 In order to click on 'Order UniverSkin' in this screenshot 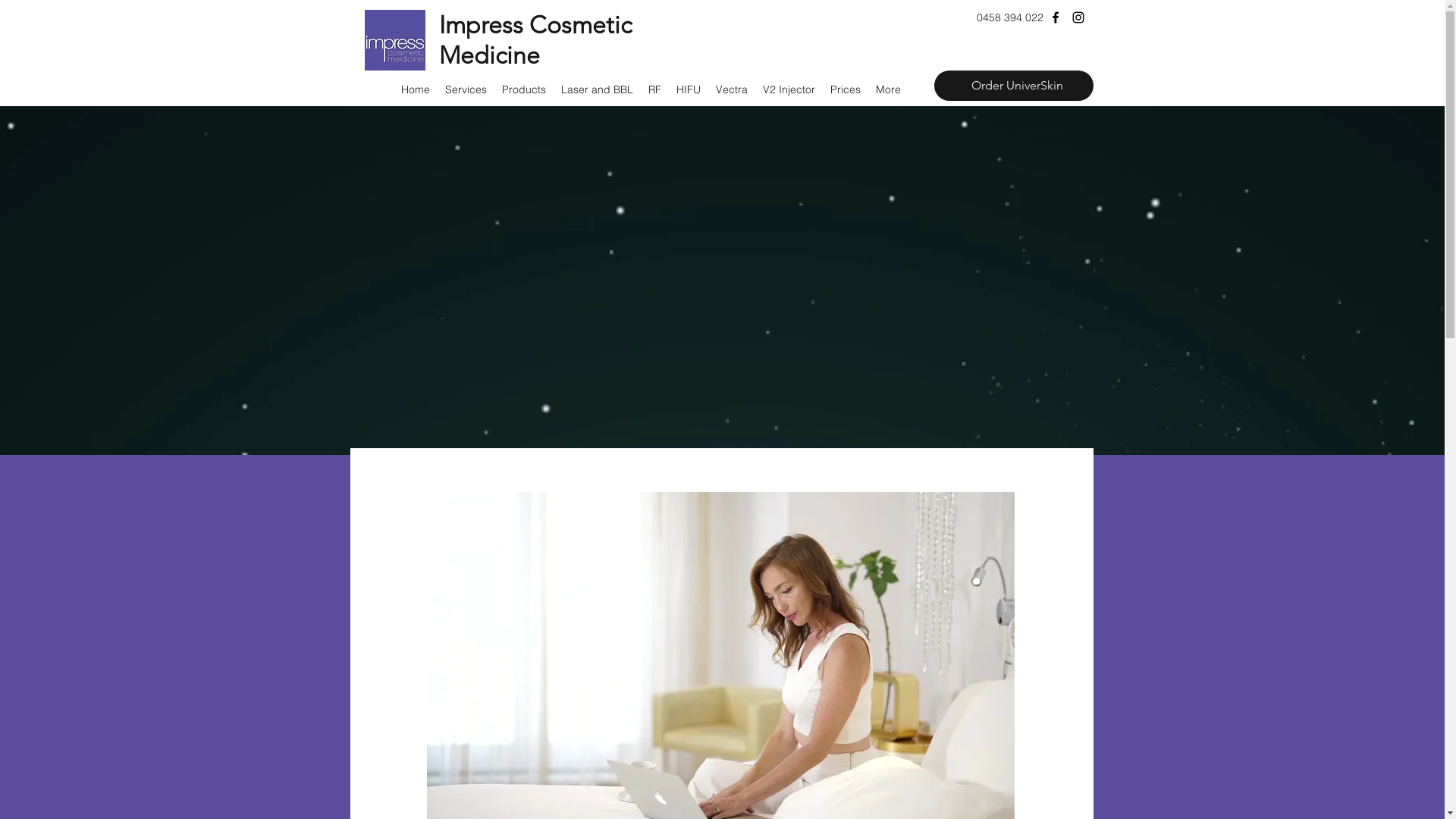, I will do `click(1018, 85)`.